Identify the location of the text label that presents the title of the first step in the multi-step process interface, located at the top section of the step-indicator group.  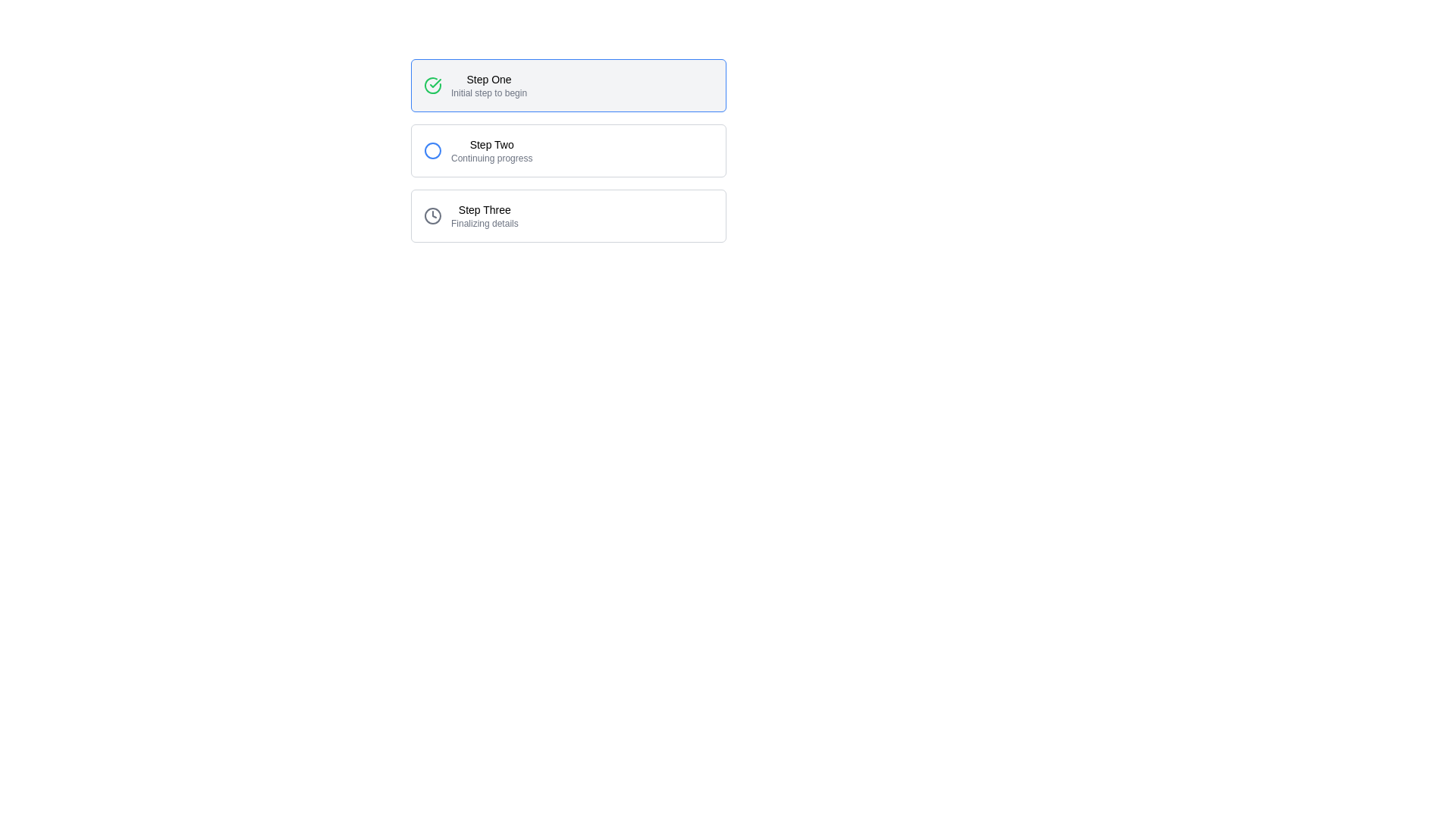
(489, 79).